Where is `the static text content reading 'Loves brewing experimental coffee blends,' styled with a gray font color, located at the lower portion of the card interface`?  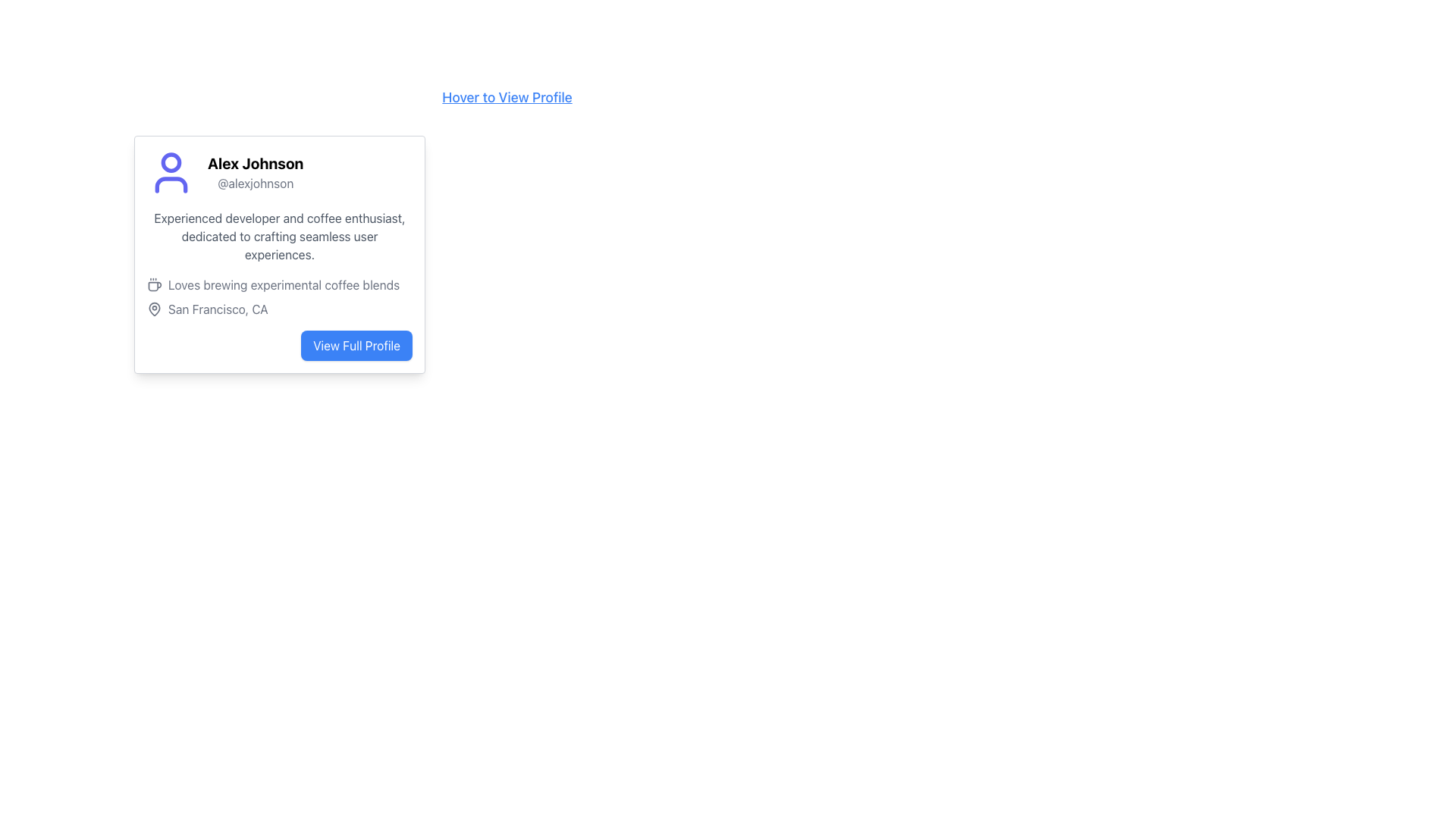 the static text content reading 'Loves brewing experimental coffee blends,' styled with a gray font color, located at the lower portion of the card interface is located at coordinates (284, 284).